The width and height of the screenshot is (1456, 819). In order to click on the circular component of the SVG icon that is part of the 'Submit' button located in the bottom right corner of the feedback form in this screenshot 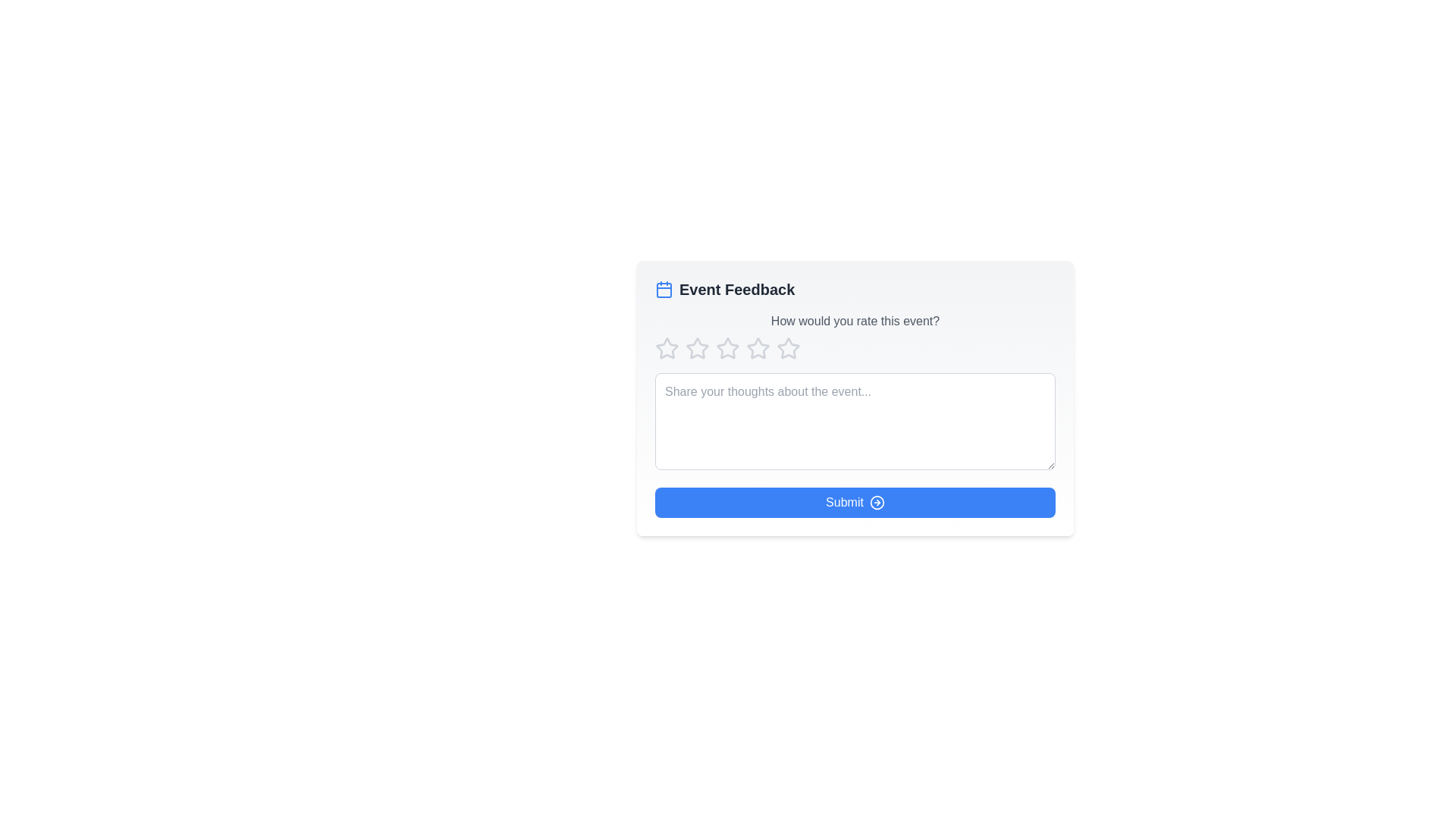, I will do `click(877, 503)`.